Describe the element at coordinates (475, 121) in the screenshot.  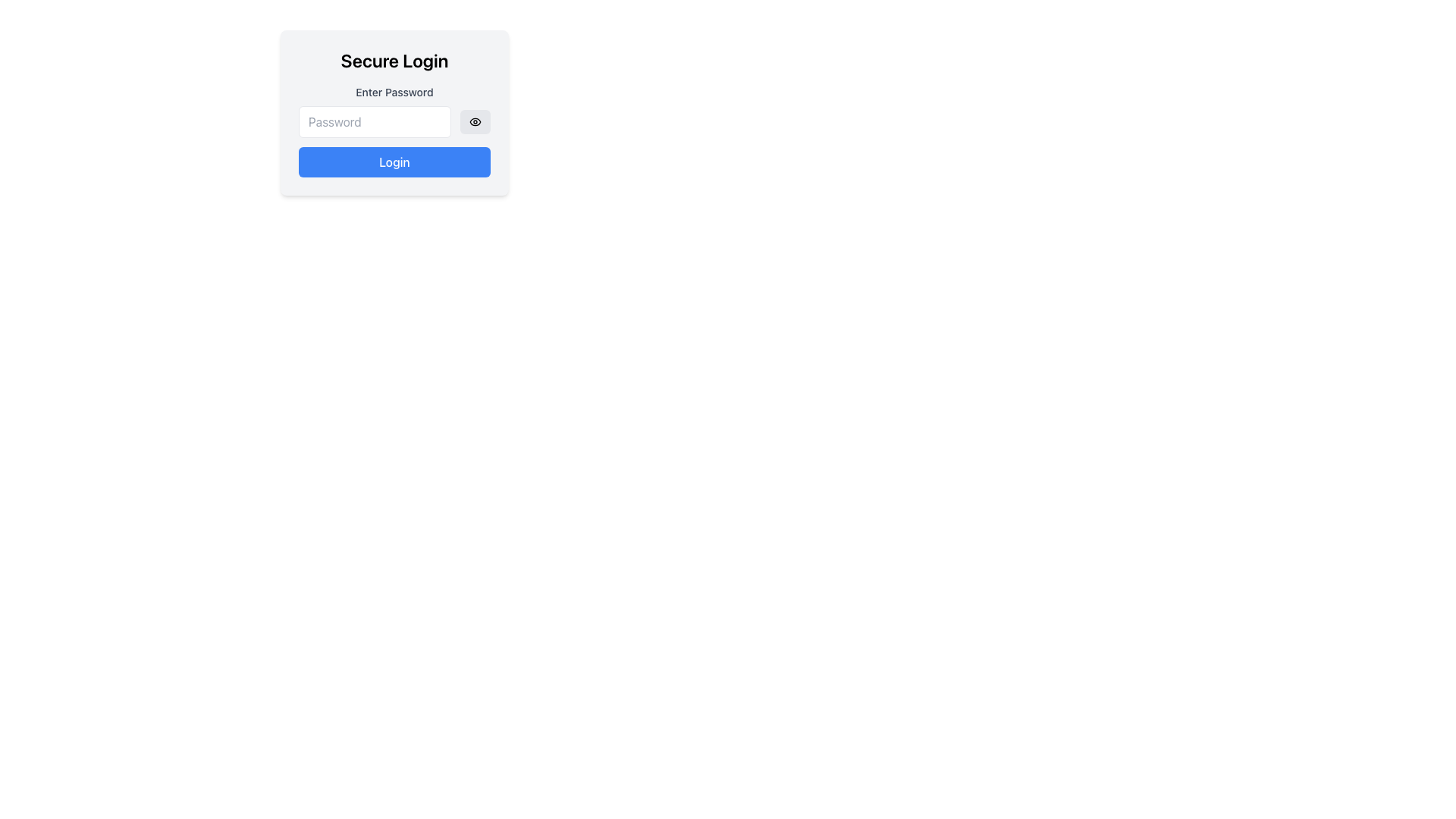
I see `the eye icon used for toggling password visibility, located on the right side of the password input field` at that location.